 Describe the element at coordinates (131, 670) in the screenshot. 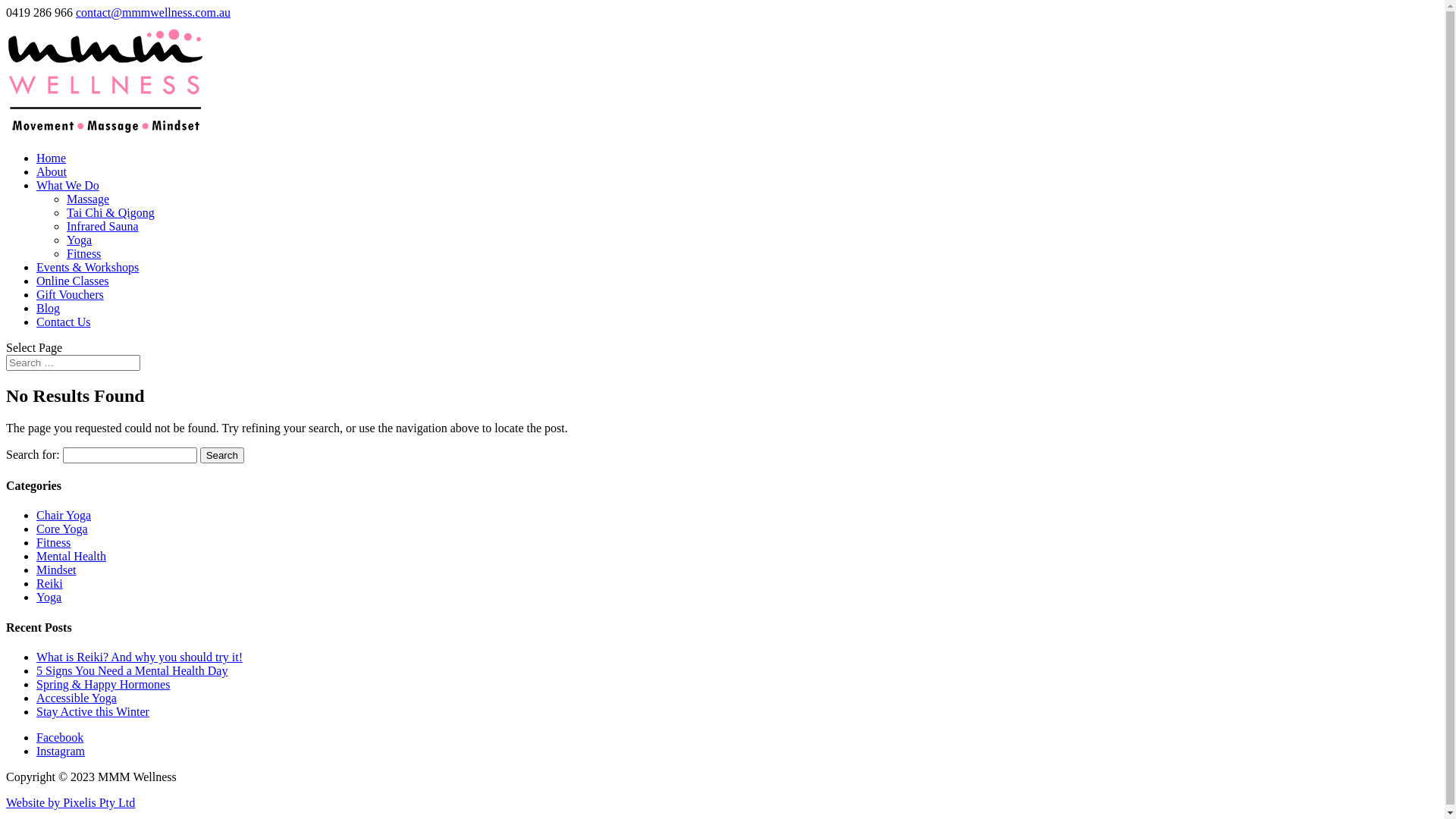

I see `'5 Signs You Need a Mental Health Day'` at that location.